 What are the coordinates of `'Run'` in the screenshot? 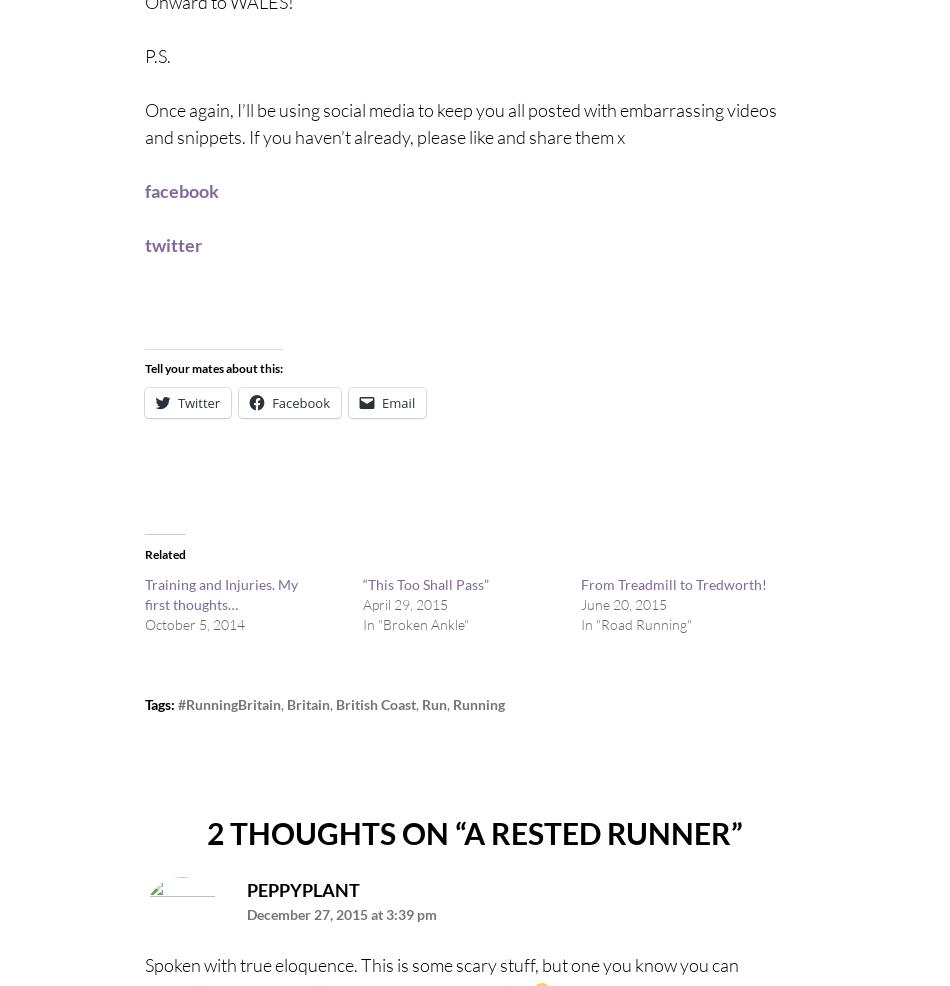 It's located at (420, 702).